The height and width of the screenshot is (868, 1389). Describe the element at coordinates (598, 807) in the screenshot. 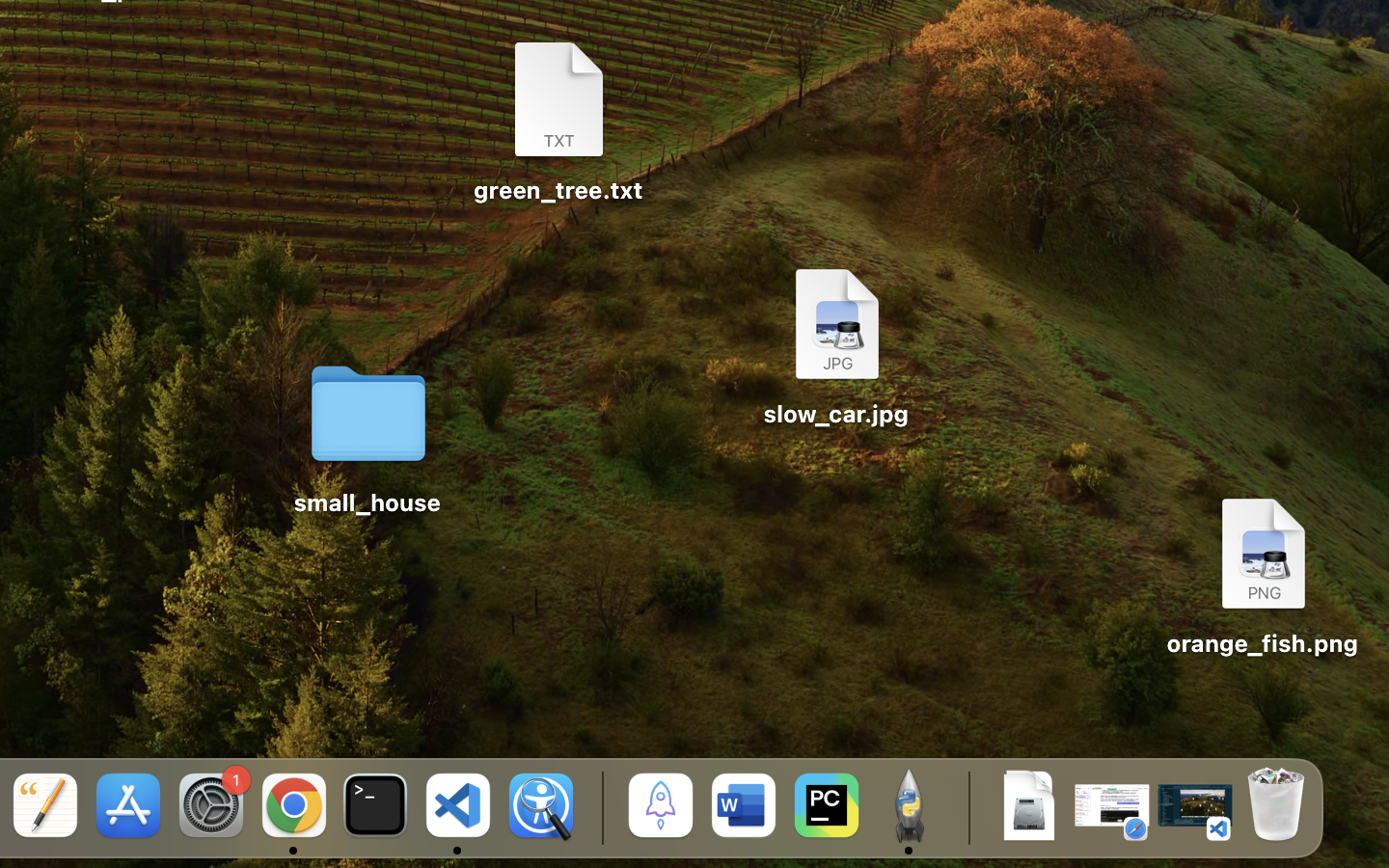

I see `'0.4285714328289032'` at that location.